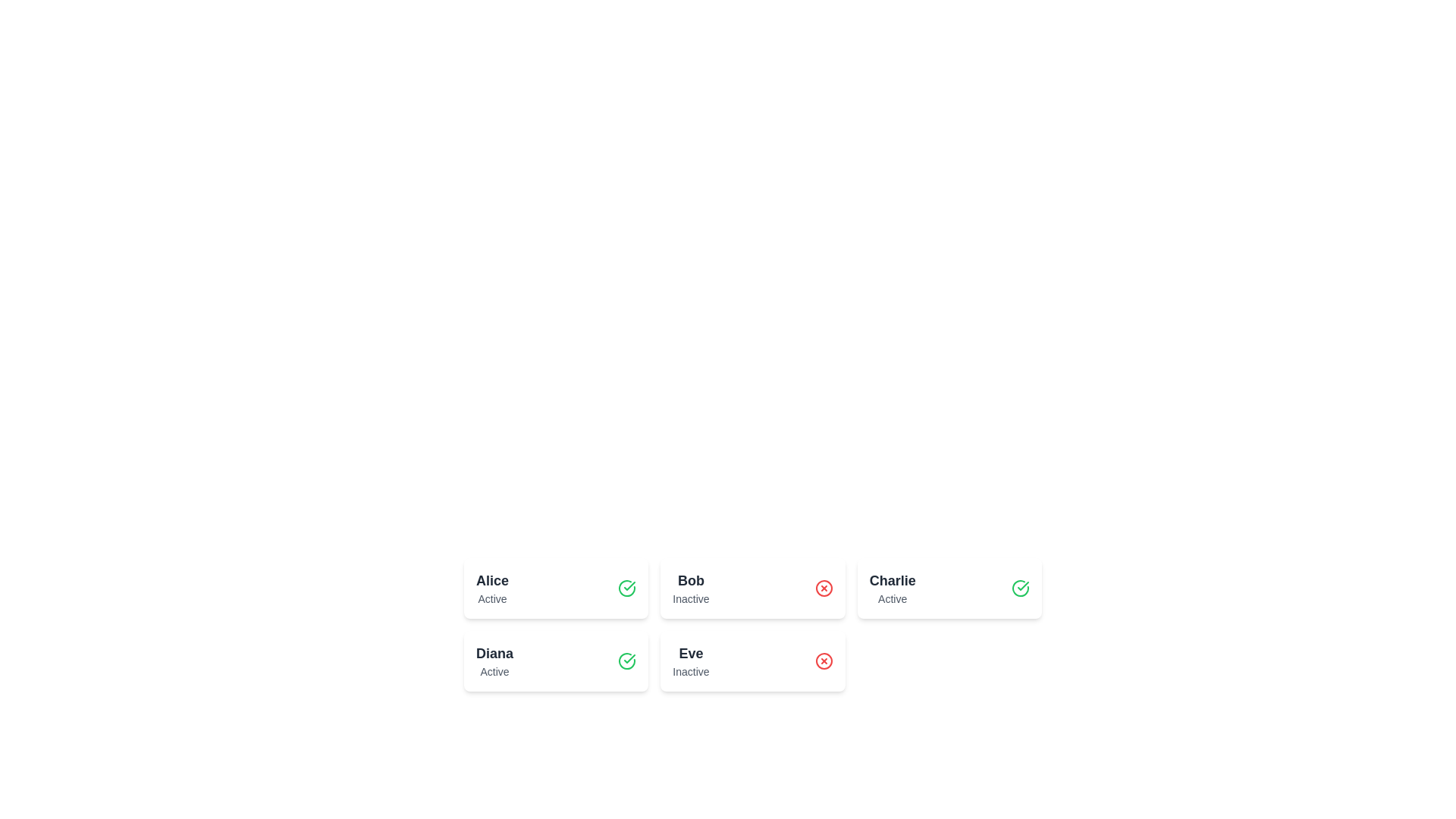  Describe the element at coordinates (823, 660) in the screenshot. I see `the error icon located in the bottom-right corner of the card displaying the name 'Eve' and the status 'Inactive'` at that location.